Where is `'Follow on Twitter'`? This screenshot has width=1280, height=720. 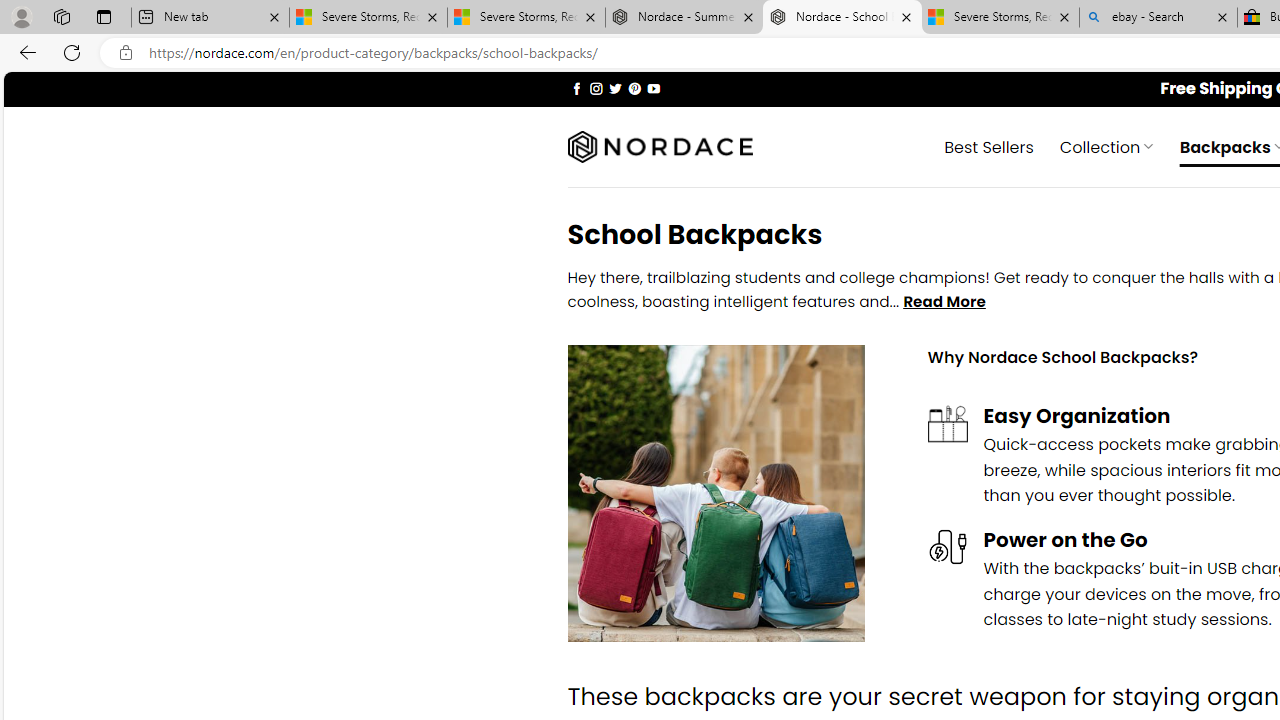 'Follow on Twitter' is located at coordinates (614, 87).